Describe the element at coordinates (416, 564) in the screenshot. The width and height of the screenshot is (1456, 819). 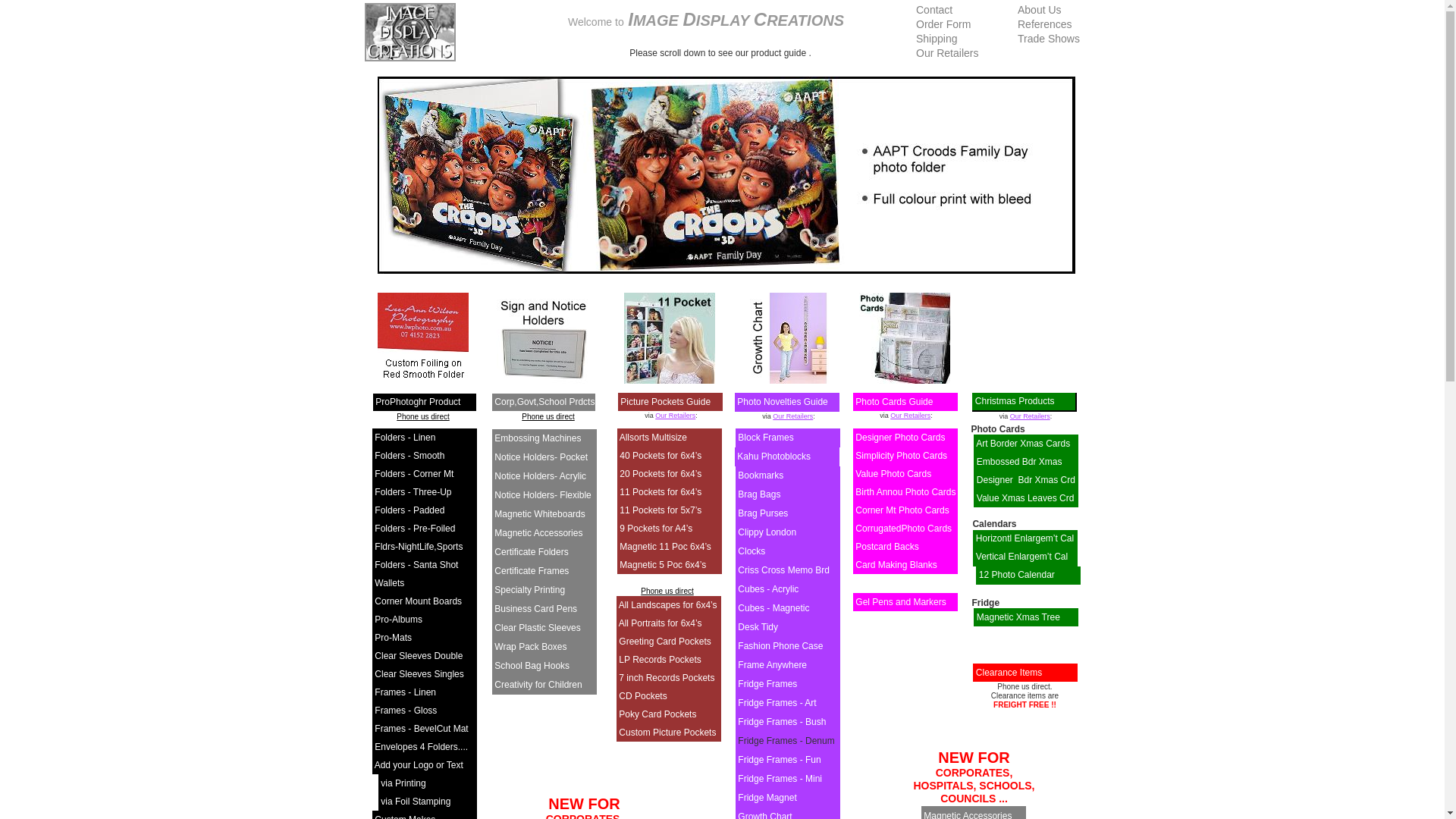
I see `'Folders - Santa Shot'` at that location.